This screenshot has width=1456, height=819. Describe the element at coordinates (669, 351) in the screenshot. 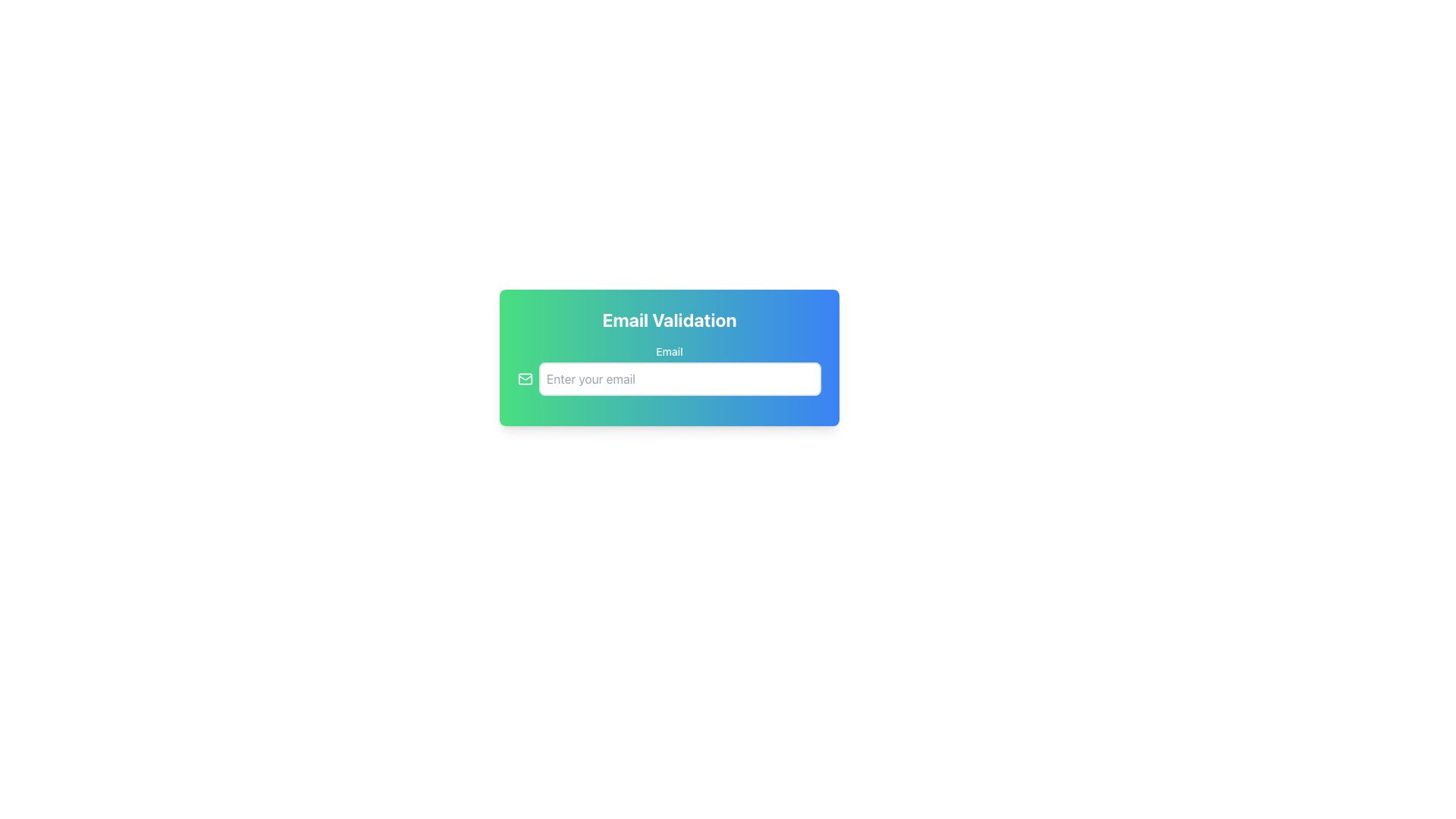

I see `the static text label that indicates the input field for the user's email address, positioned above the text input with the placeholder 'Enter your email'` at that location.